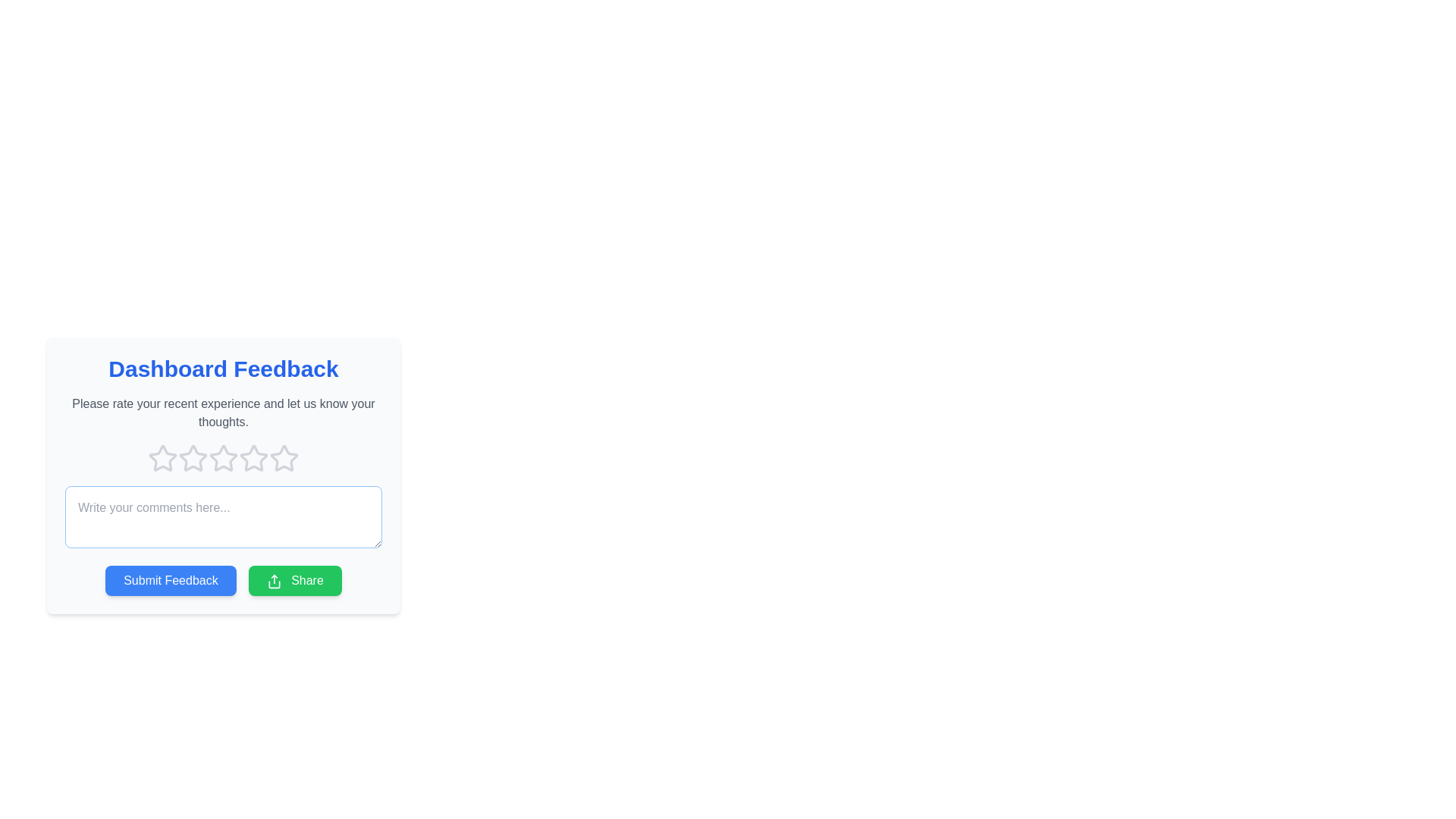 The width and height of the screenshot is (1456, 819). I want to click on the third star icon in the row of rating stars to rate the experience, so click(222, 458).